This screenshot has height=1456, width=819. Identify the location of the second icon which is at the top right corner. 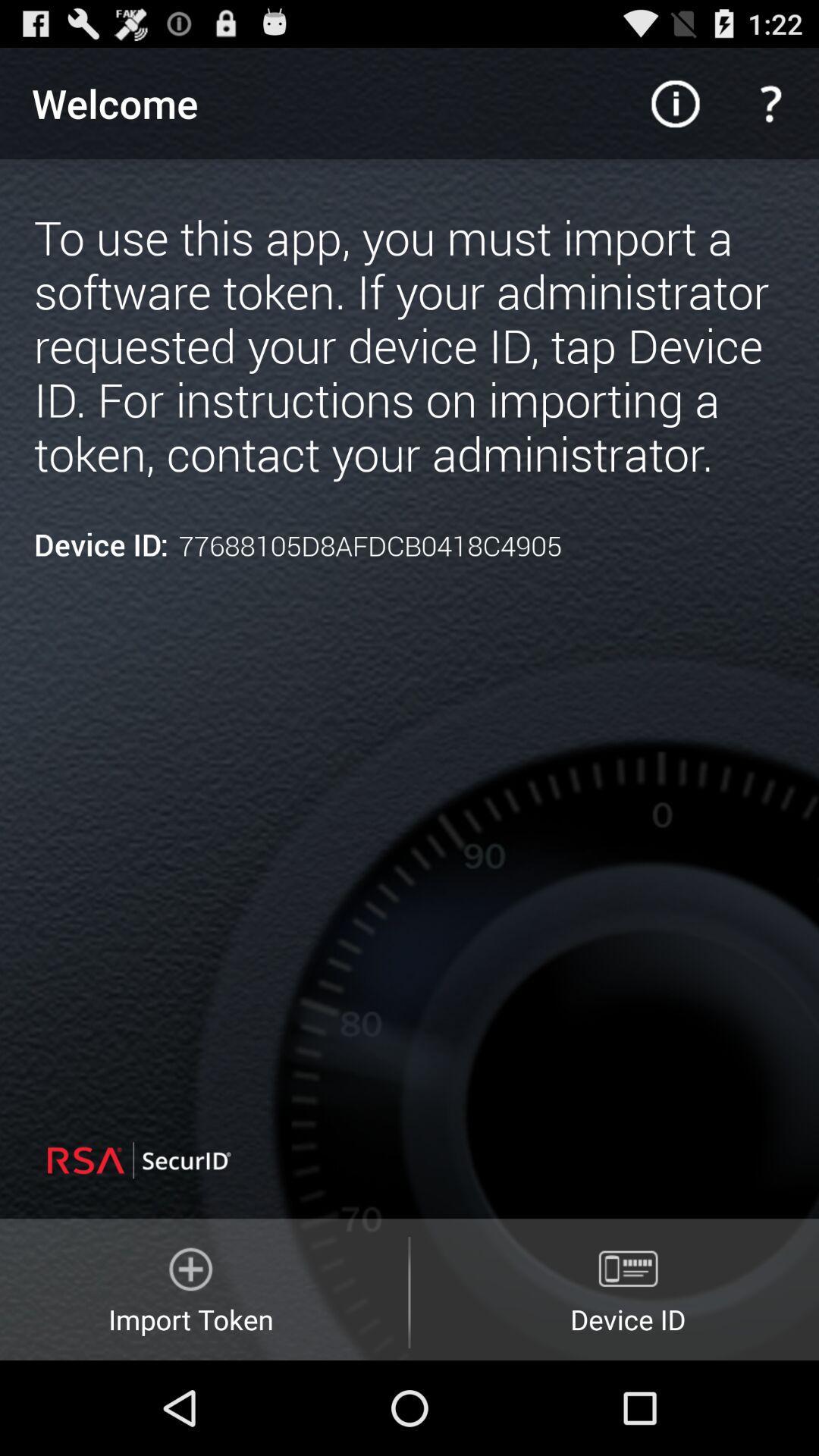
(771, 103).